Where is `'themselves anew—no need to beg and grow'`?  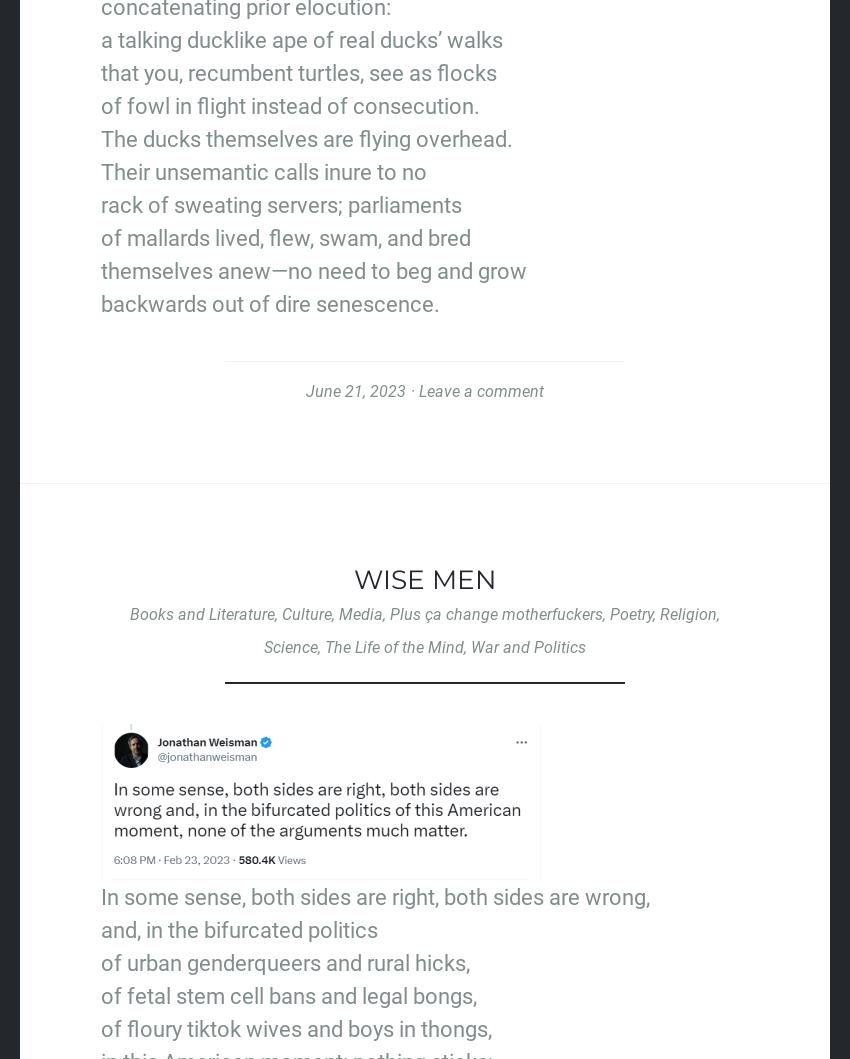 'themselves anew—no need to beg and grow' is located at coordinates (313, 271).